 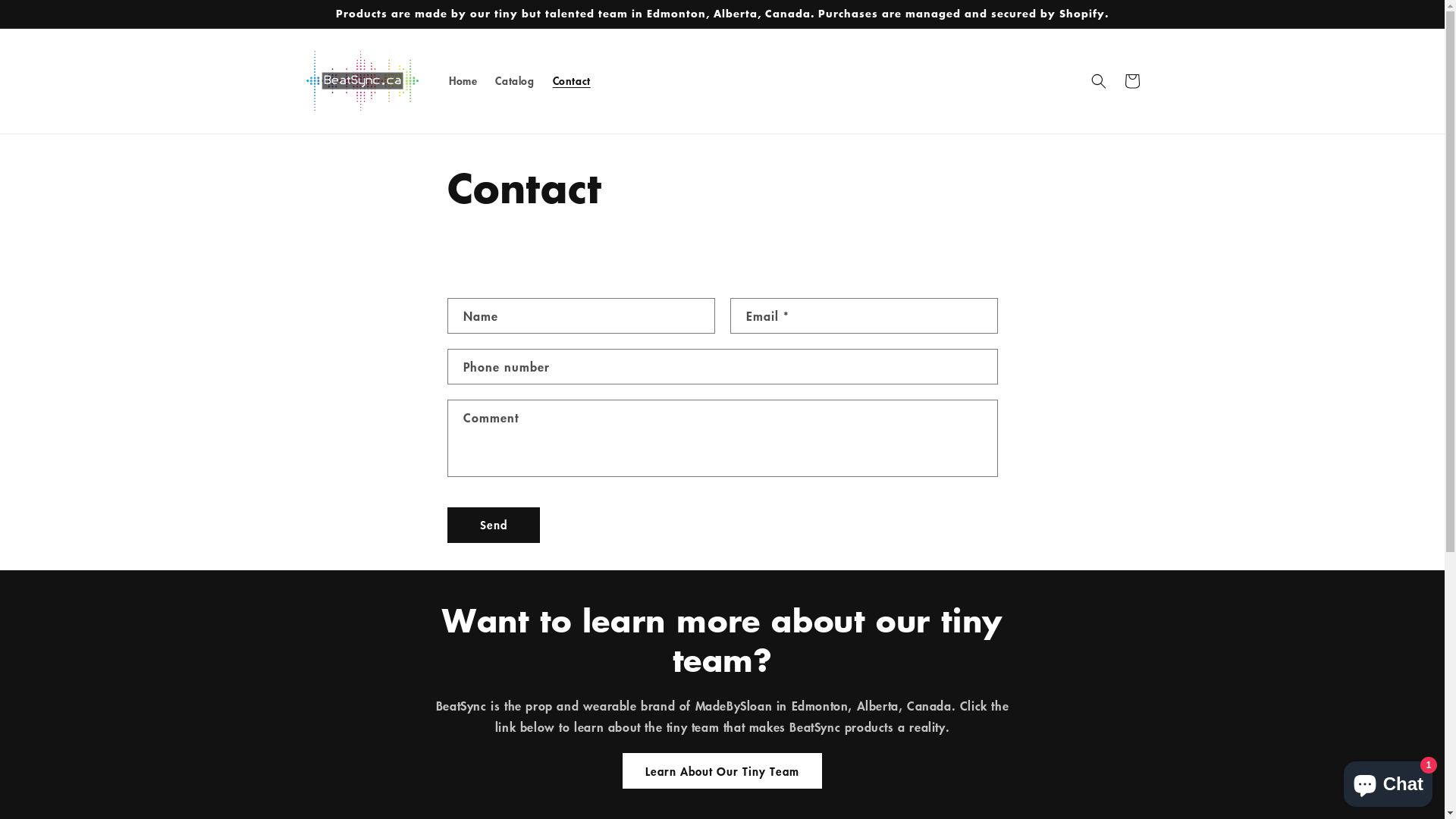 I want to click on 'Send', so click(x=447, y=524).